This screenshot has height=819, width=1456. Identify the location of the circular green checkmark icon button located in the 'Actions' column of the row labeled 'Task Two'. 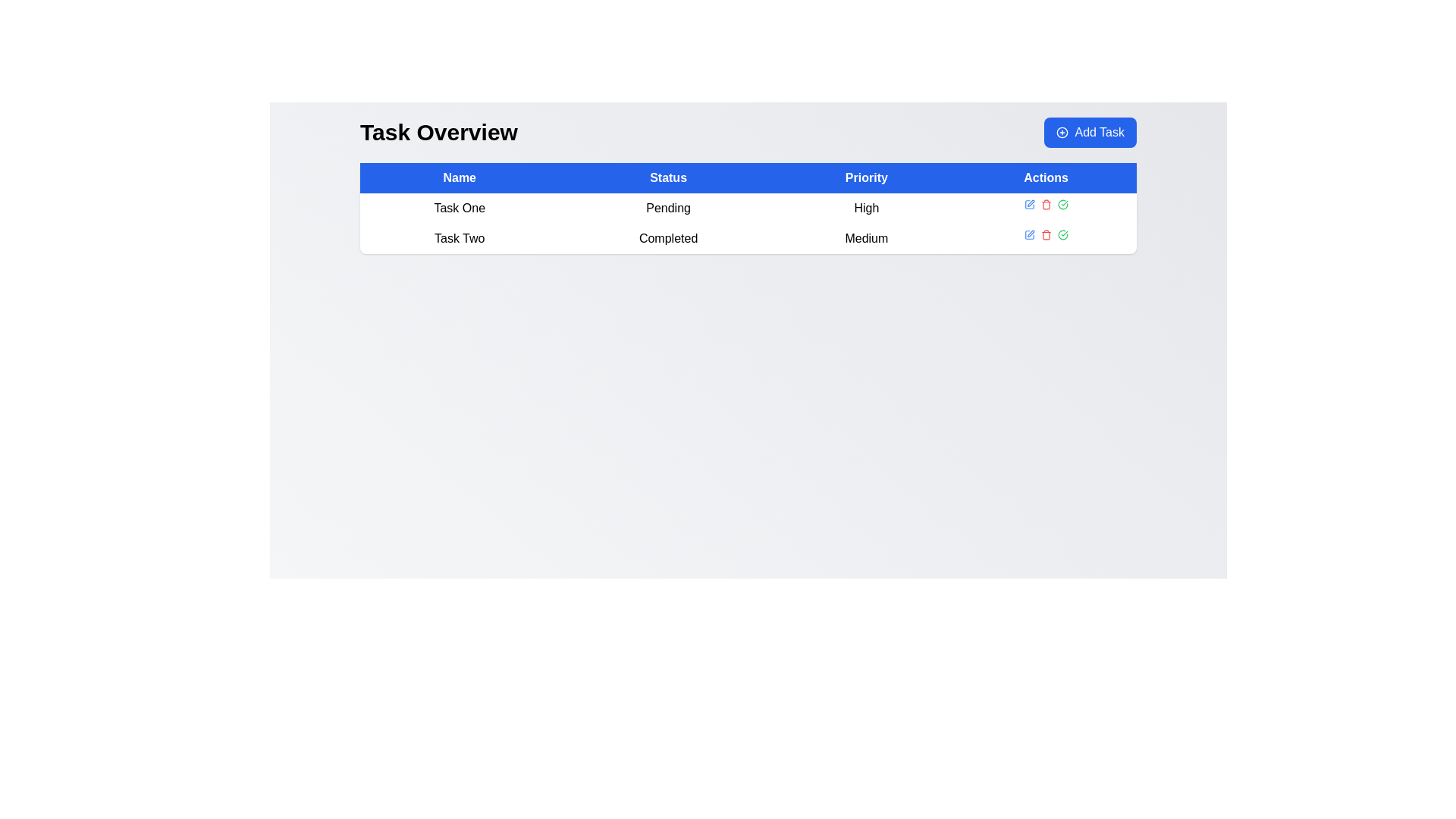
(1062, 205).